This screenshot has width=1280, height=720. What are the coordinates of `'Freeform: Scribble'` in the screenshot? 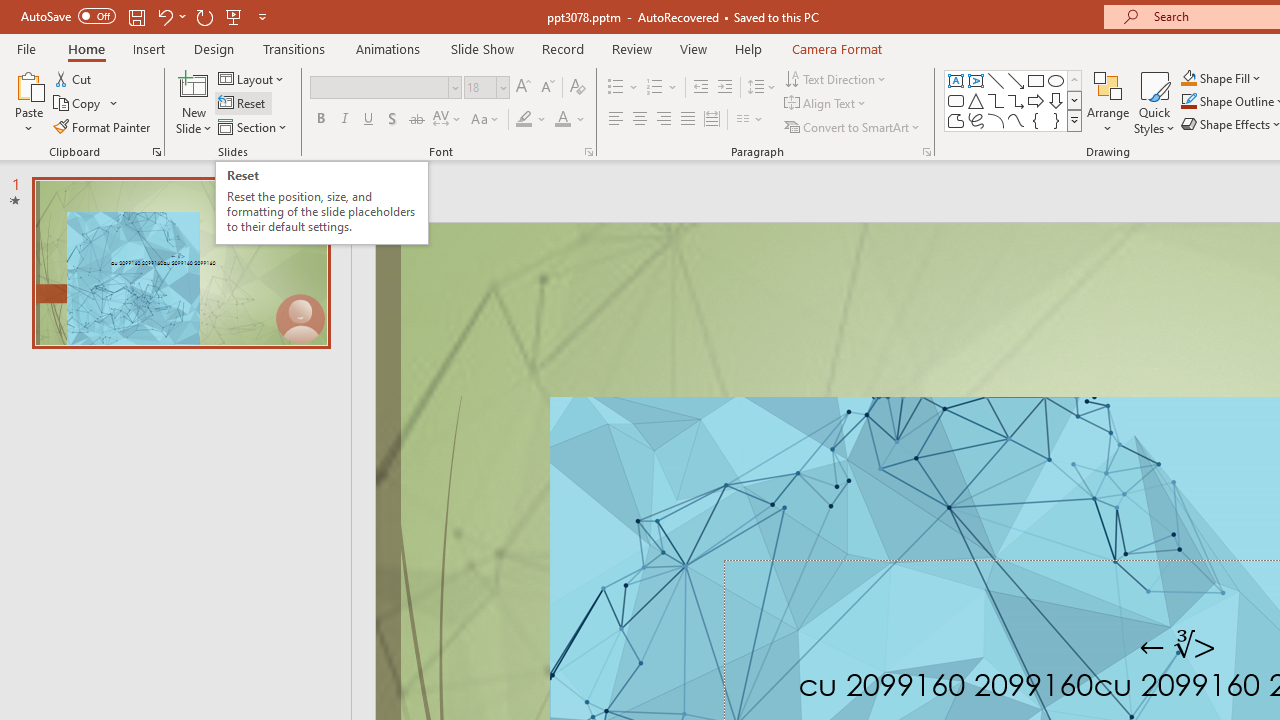 It's located at (976, 120).